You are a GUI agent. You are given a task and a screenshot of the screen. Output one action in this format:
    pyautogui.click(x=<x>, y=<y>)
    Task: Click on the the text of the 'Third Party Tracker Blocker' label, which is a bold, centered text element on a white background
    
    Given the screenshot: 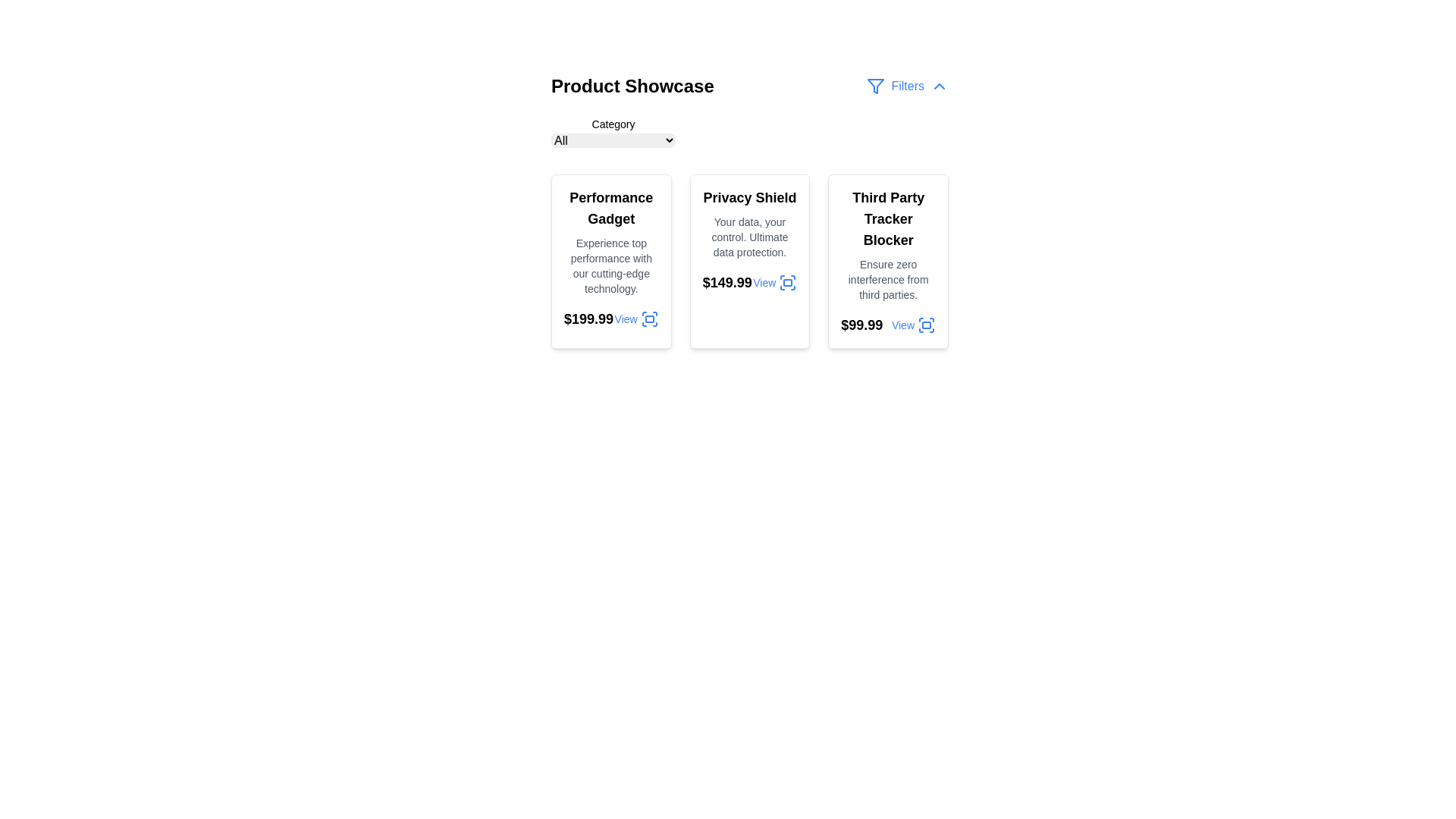 What is the action you would take?
    pyautogui.click(x=888, y=219)
    